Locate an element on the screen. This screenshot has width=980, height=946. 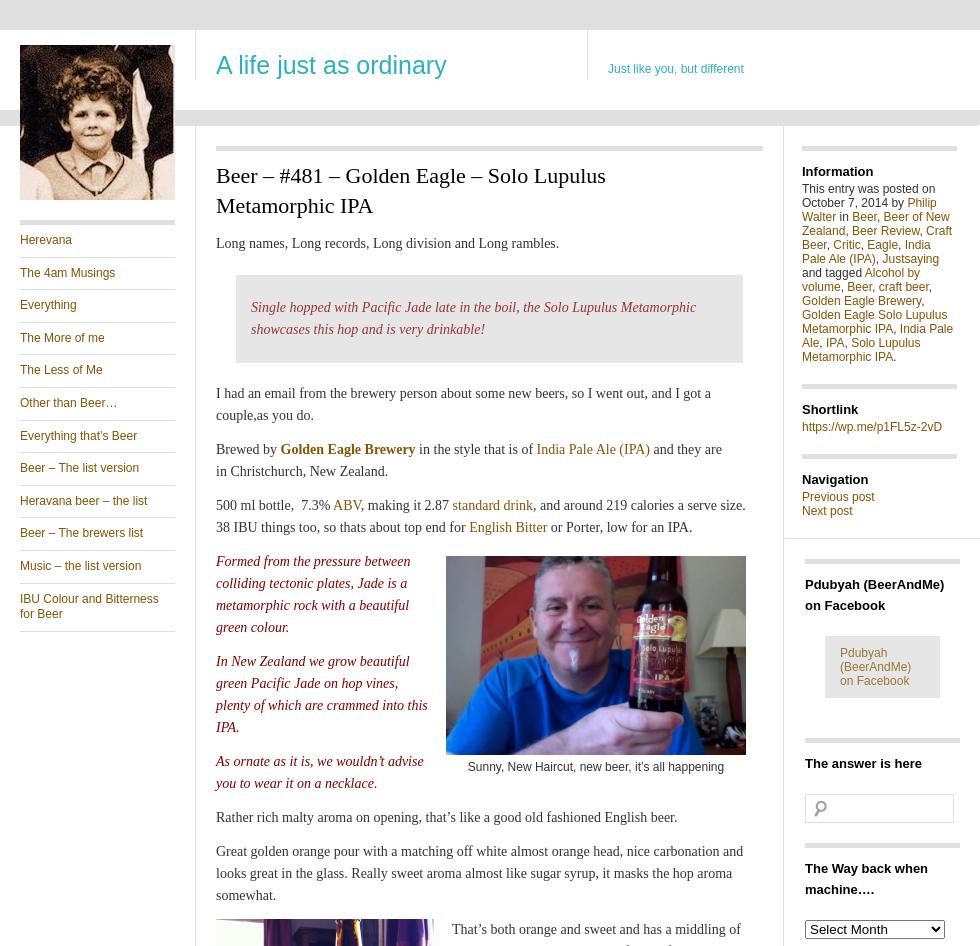
'Information' is located at coordinates (837, 171).